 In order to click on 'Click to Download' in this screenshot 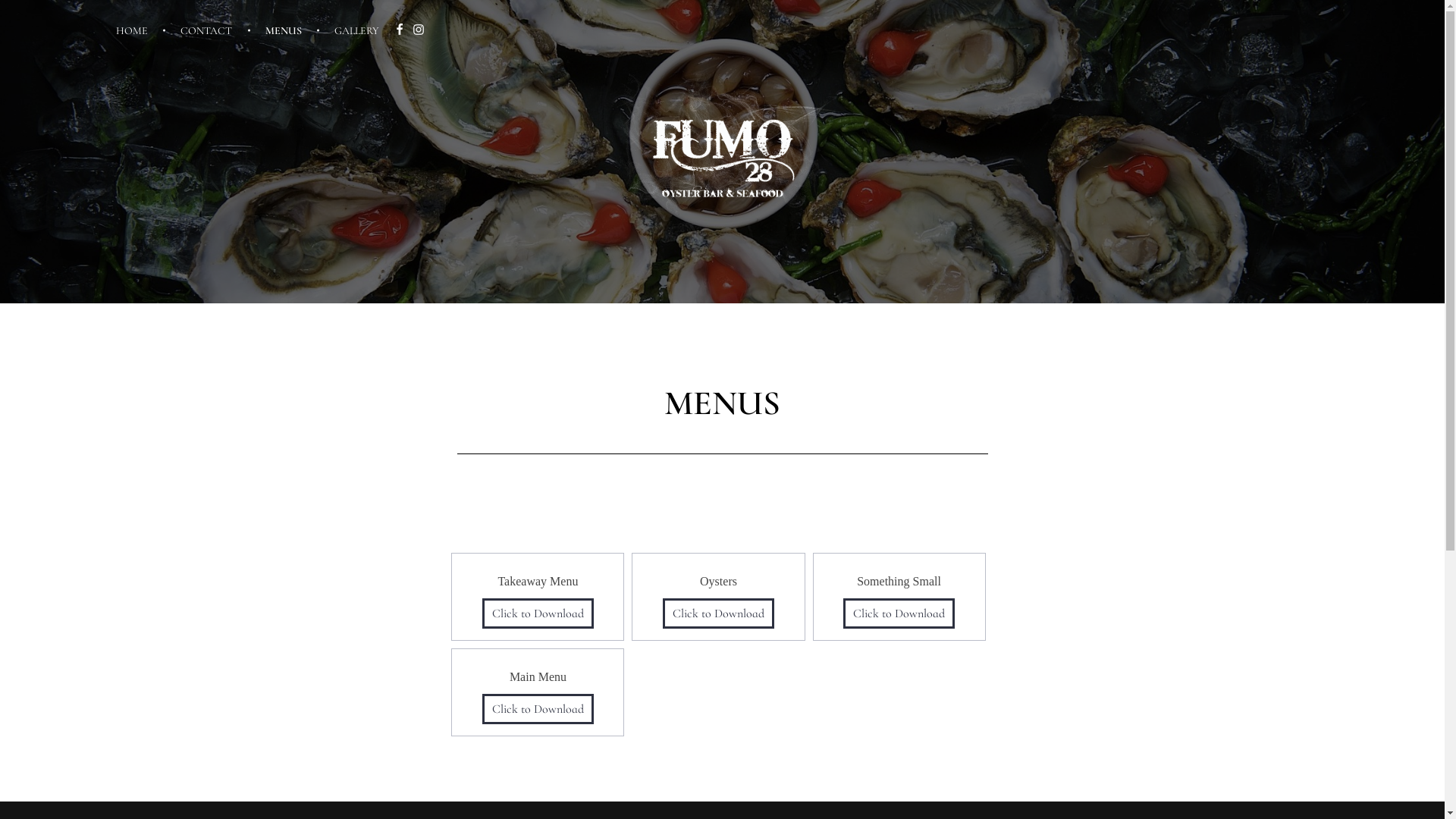, I will do `click(538, 708)`.